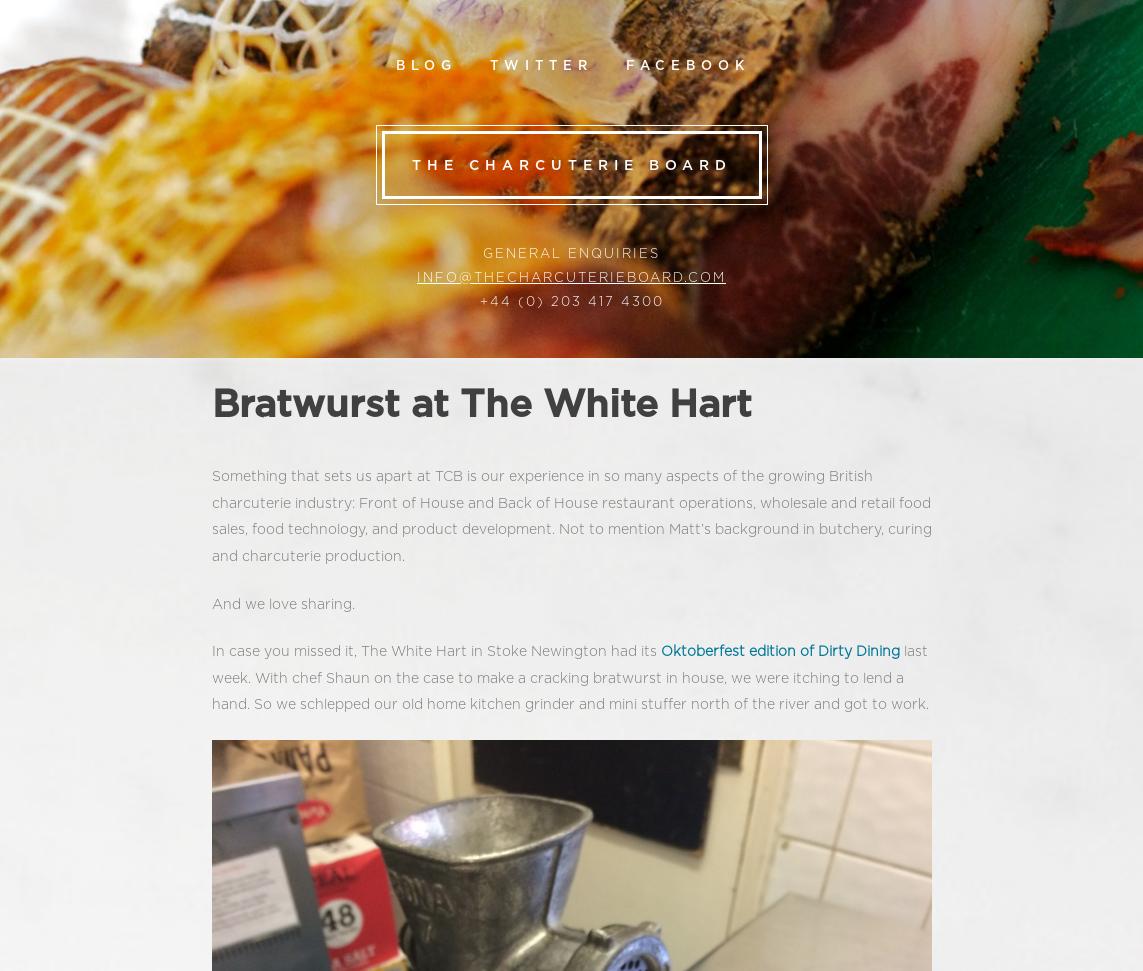 The width and height of the screenshot is (1143, 971). What do you see at coordinates (282, 602) in the screenshot?
I see `'And we love sharing.'` at bounding box center [282, 602].